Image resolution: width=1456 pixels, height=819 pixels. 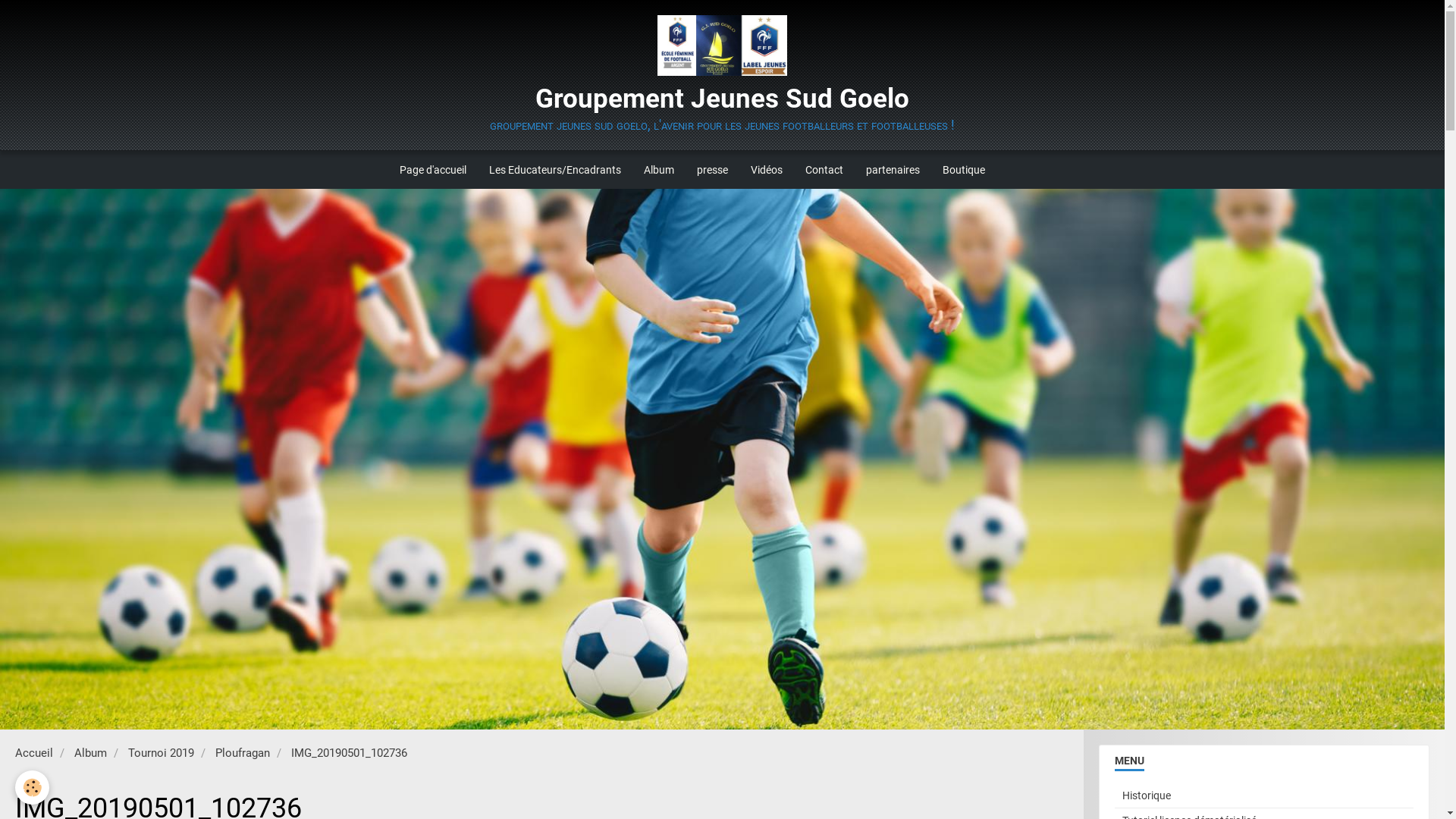 What do you see at coordinates (711, 169) in the screenshot?
I see `'presse'` at bounding box center [711, 169].